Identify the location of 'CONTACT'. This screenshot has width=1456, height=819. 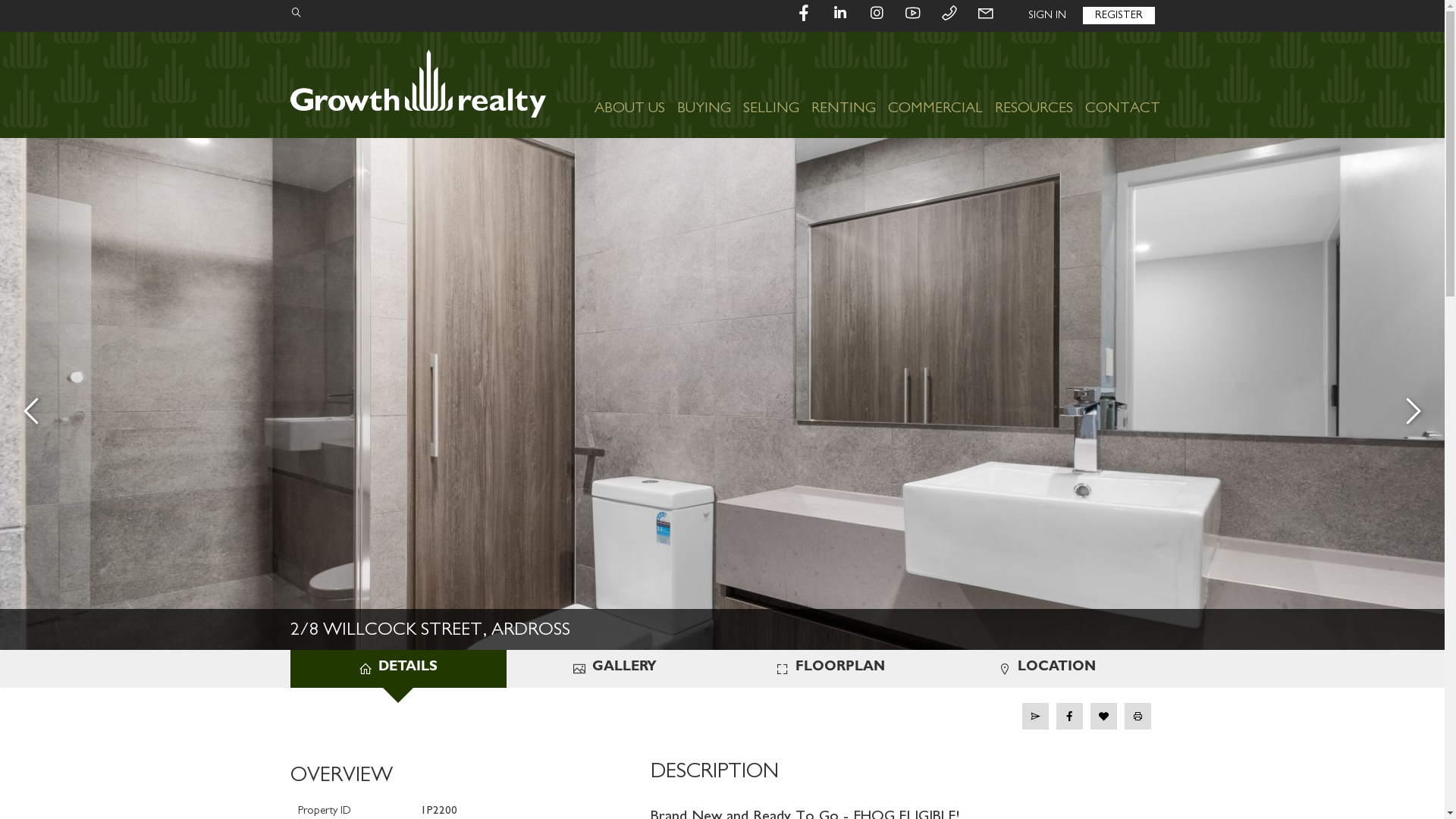
(1077, 84).